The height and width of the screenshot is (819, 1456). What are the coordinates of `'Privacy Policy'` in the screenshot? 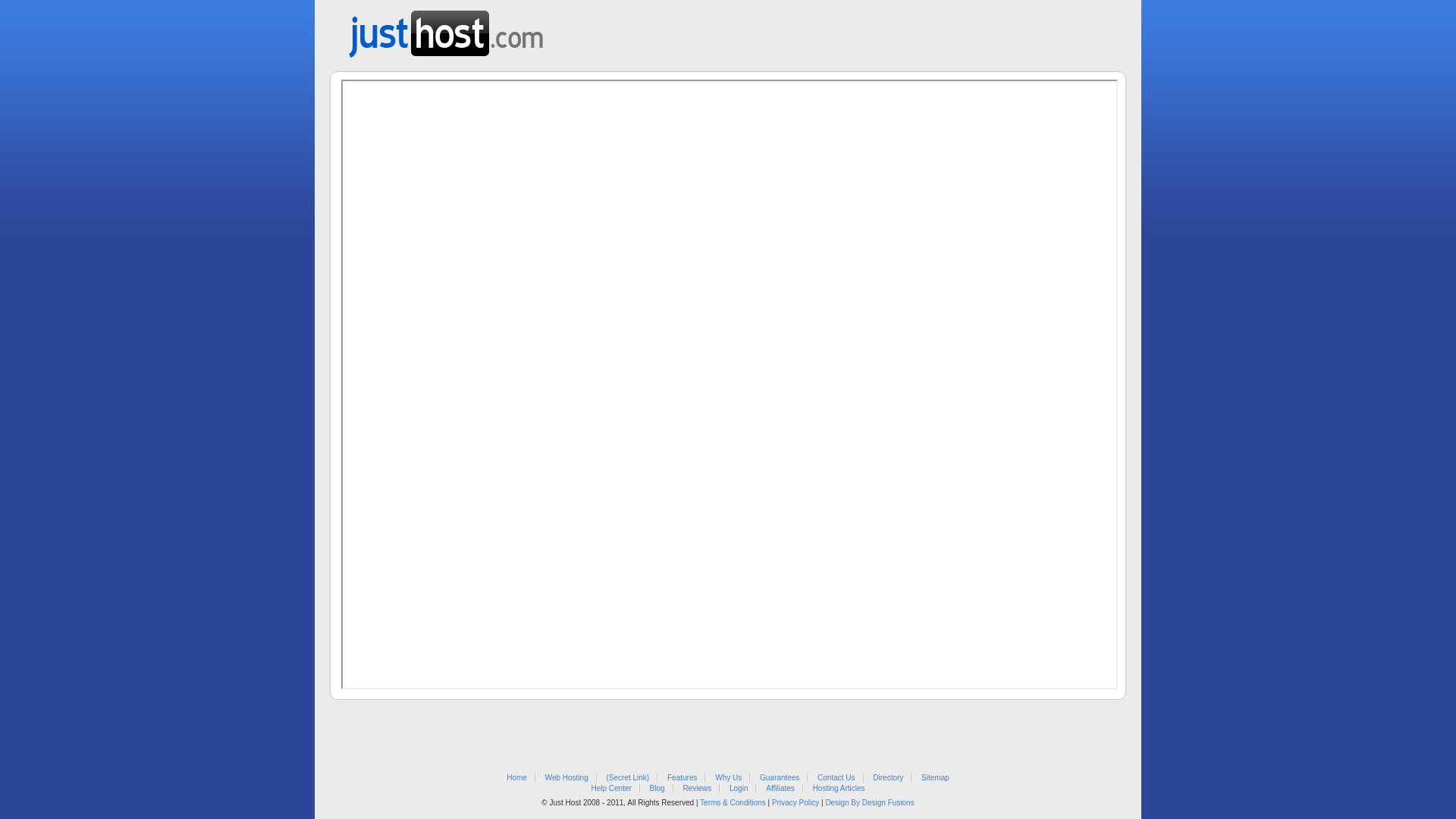 It's located at (795, 802).